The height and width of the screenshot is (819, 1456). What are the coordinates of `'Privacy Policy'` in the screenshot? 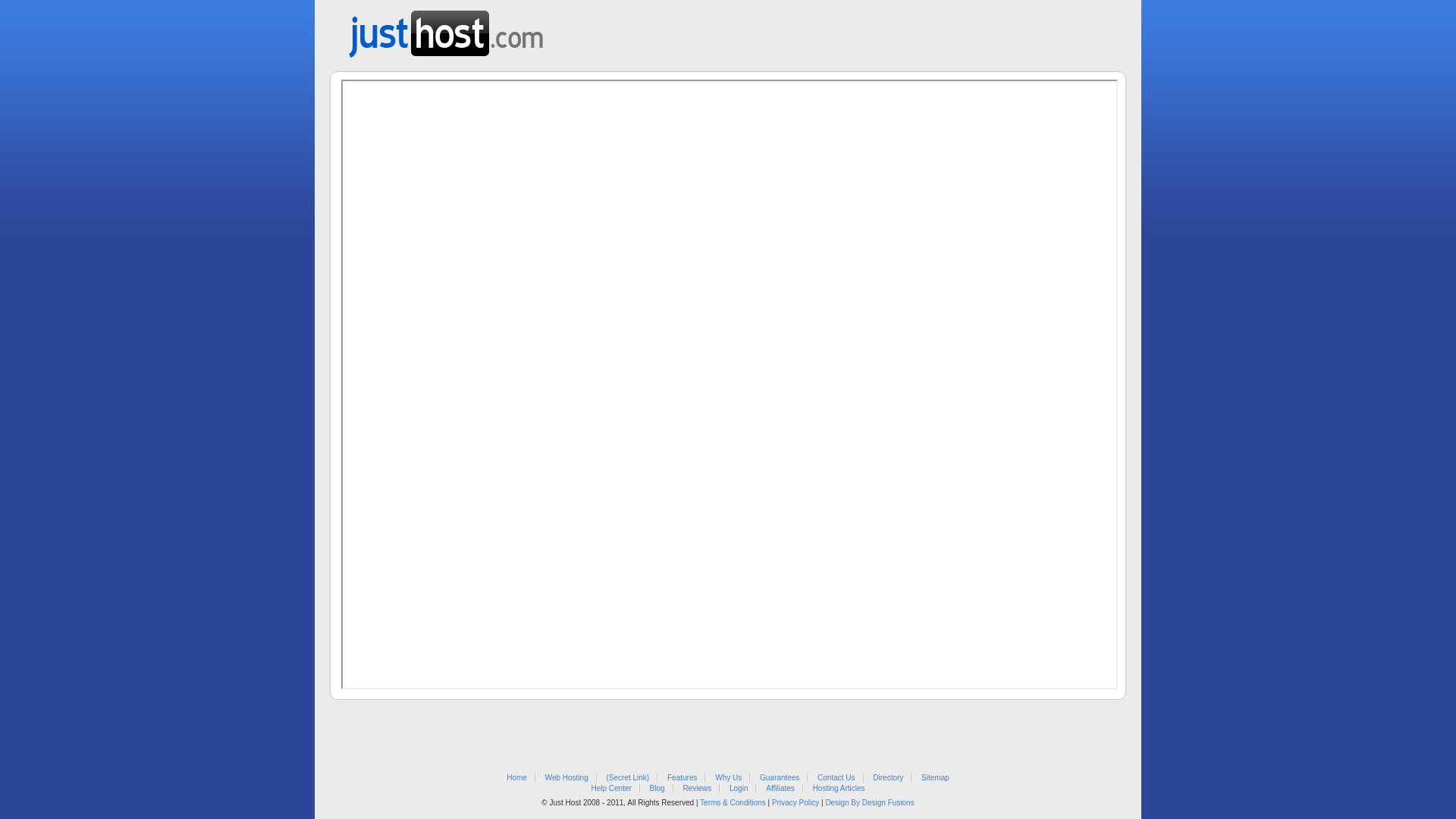 It's located at (795, 802).